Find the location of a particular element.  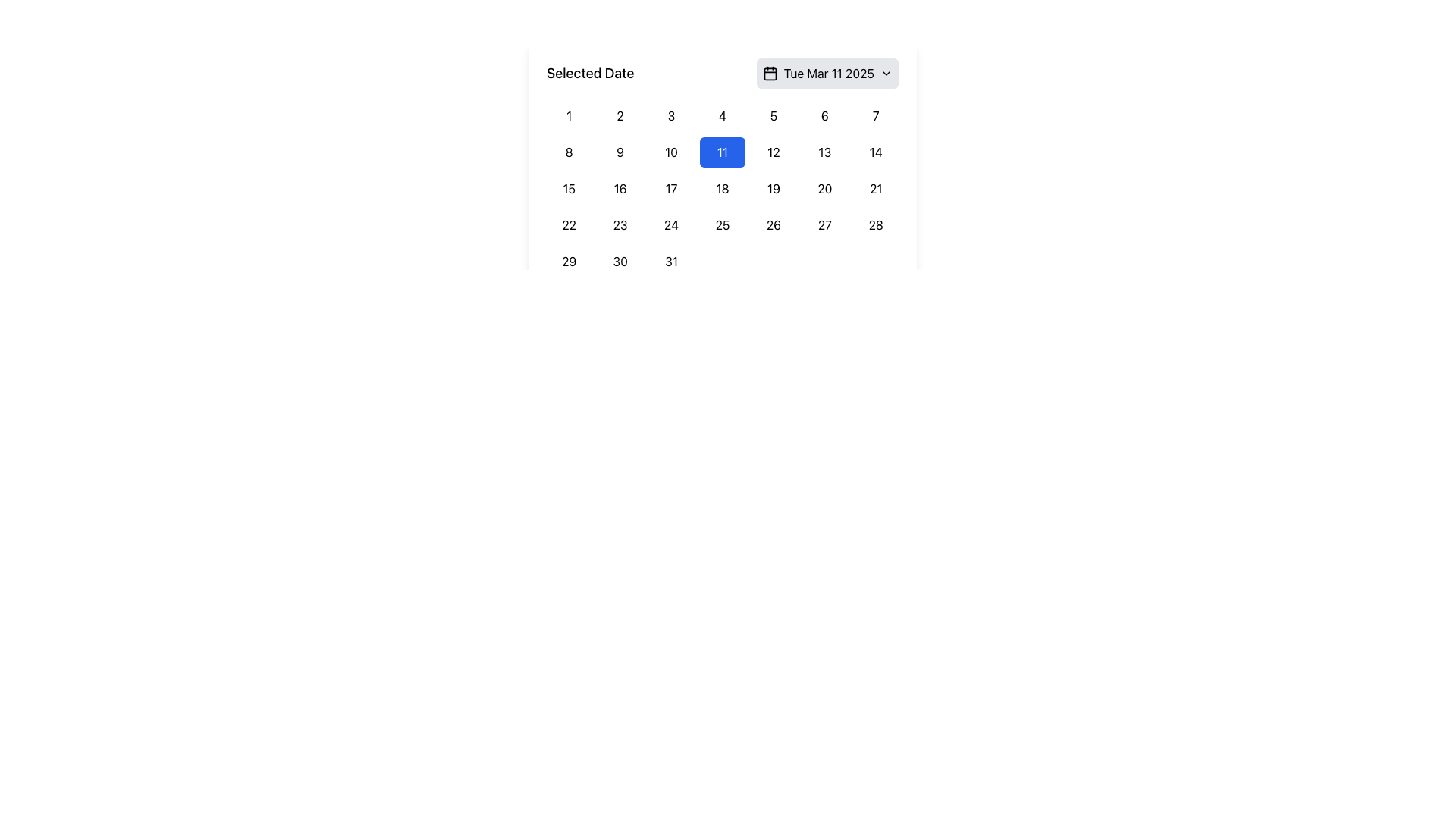

the calendar date cell displaying the number '28' is located at coordinates (876, 225).